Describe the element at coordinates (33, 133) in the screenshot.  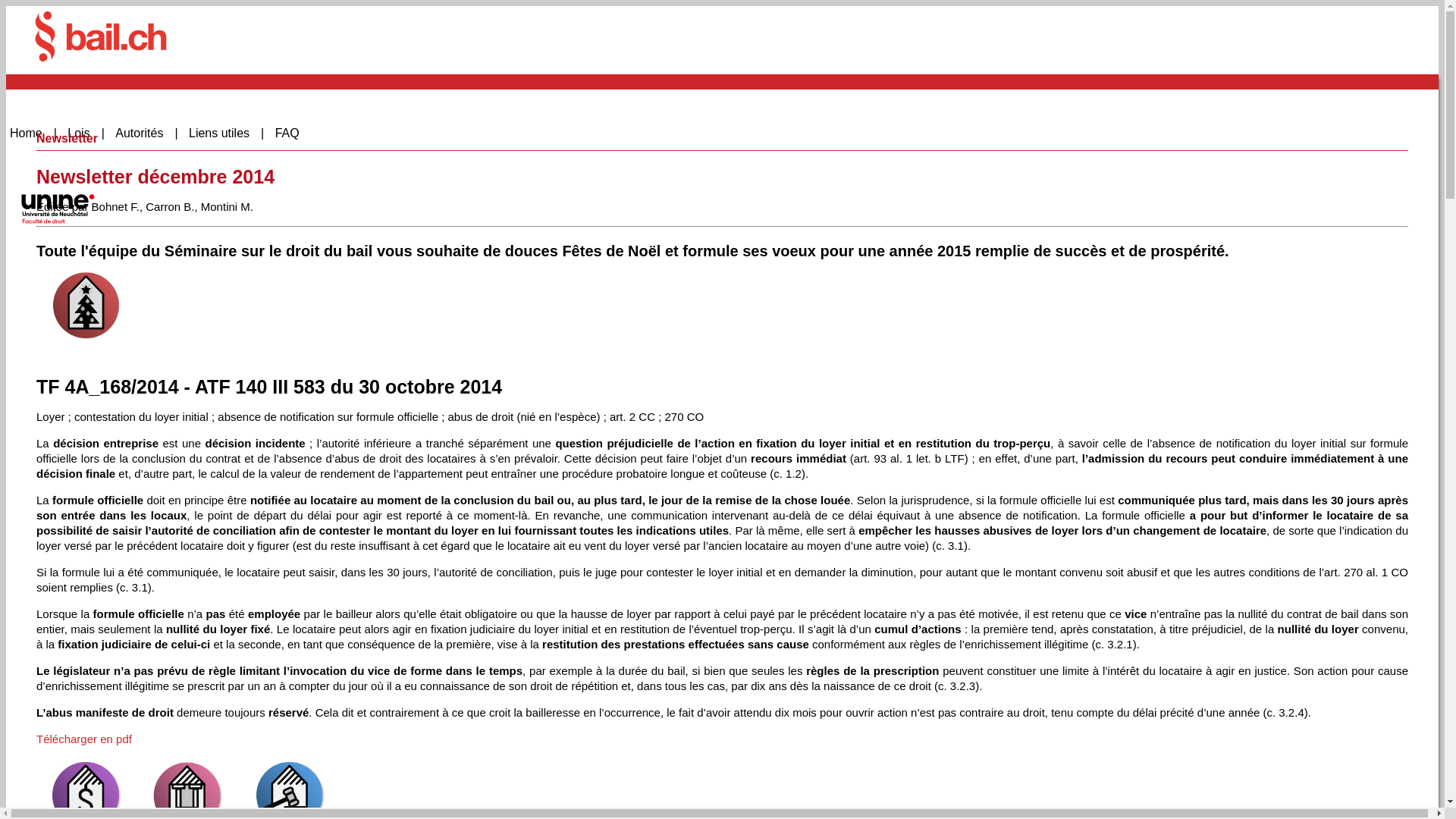
I see `'Home'` at that location.